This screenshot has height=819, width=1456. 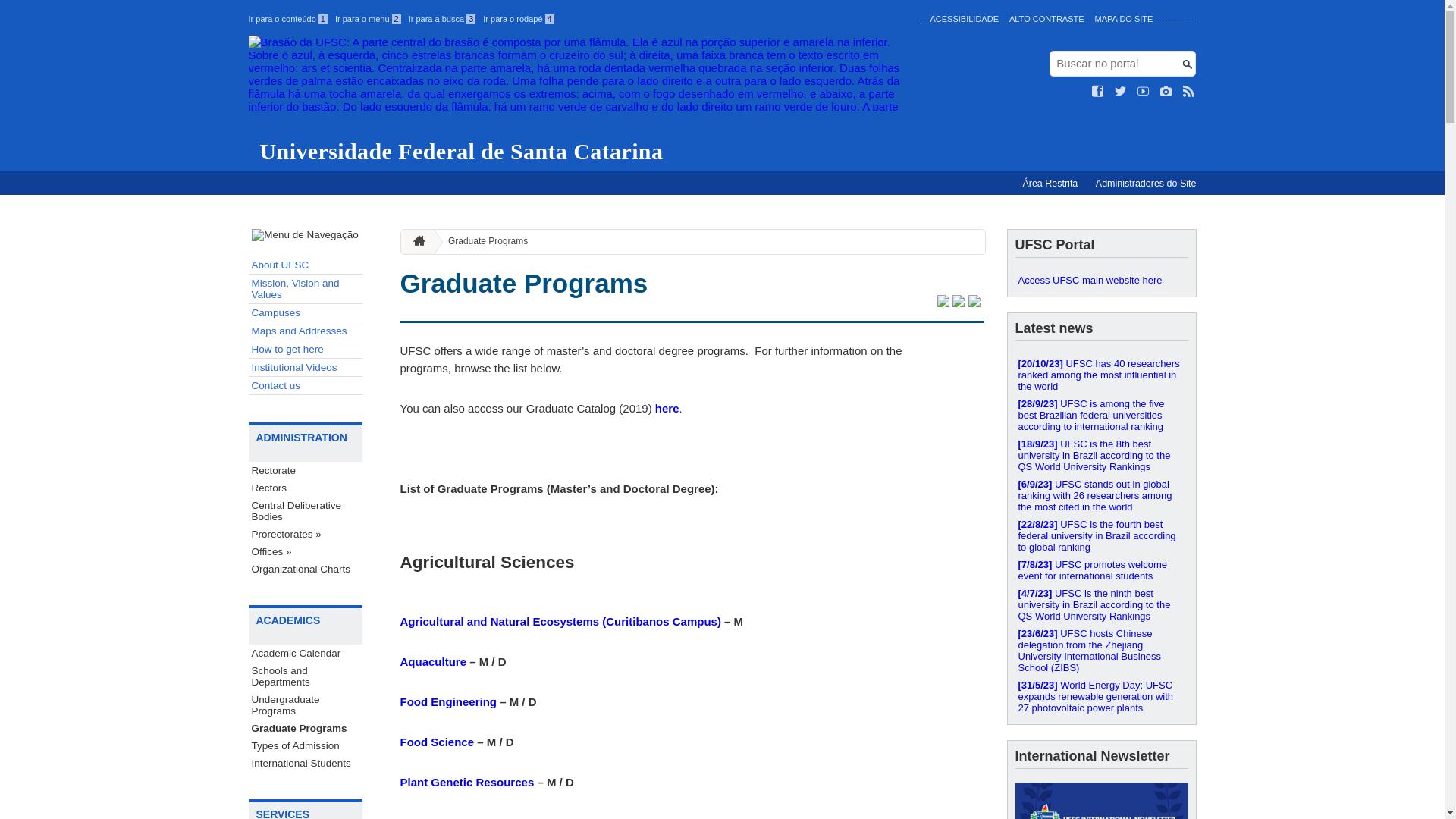 What do you see at coordinates (963, 18) in the screenshot?
I see `'ACESSIBILIDADE'` at bounding box center [963, 18].